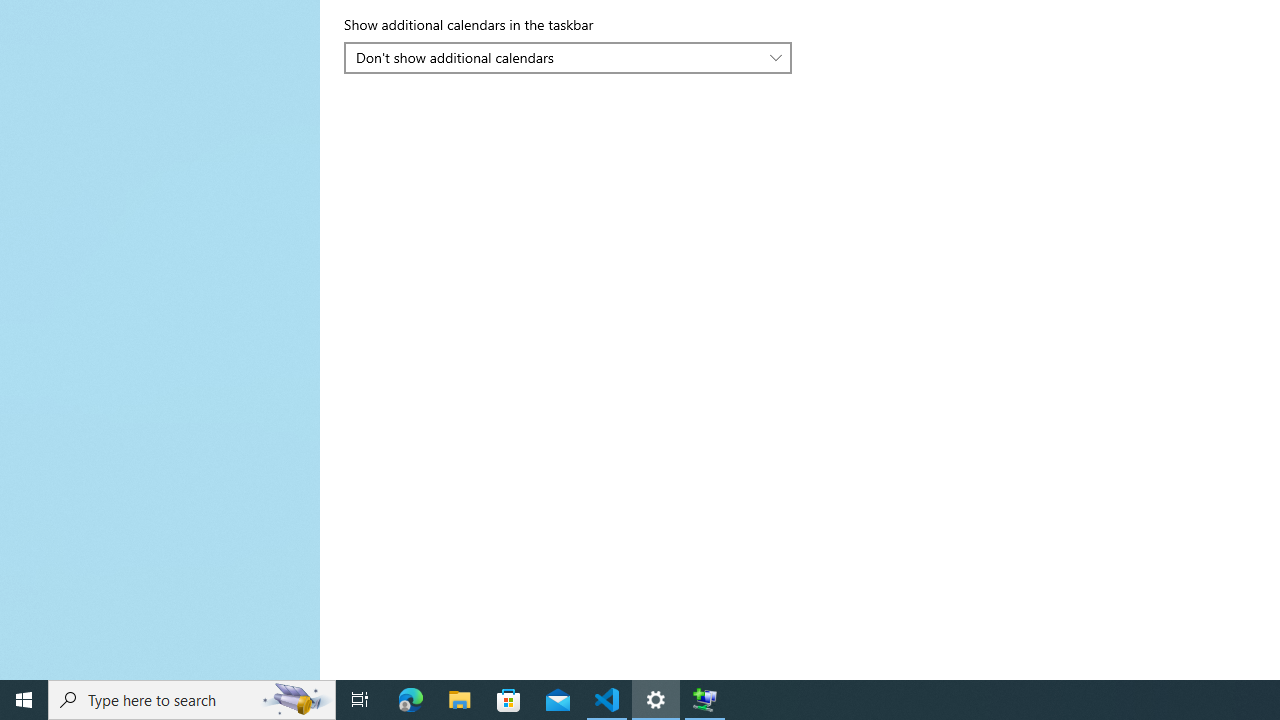  What do you see at coordinates (567, 56) in the screenshot?
I see `'Show additional calendars in the taskbar'` at bounding box center [567, 56].